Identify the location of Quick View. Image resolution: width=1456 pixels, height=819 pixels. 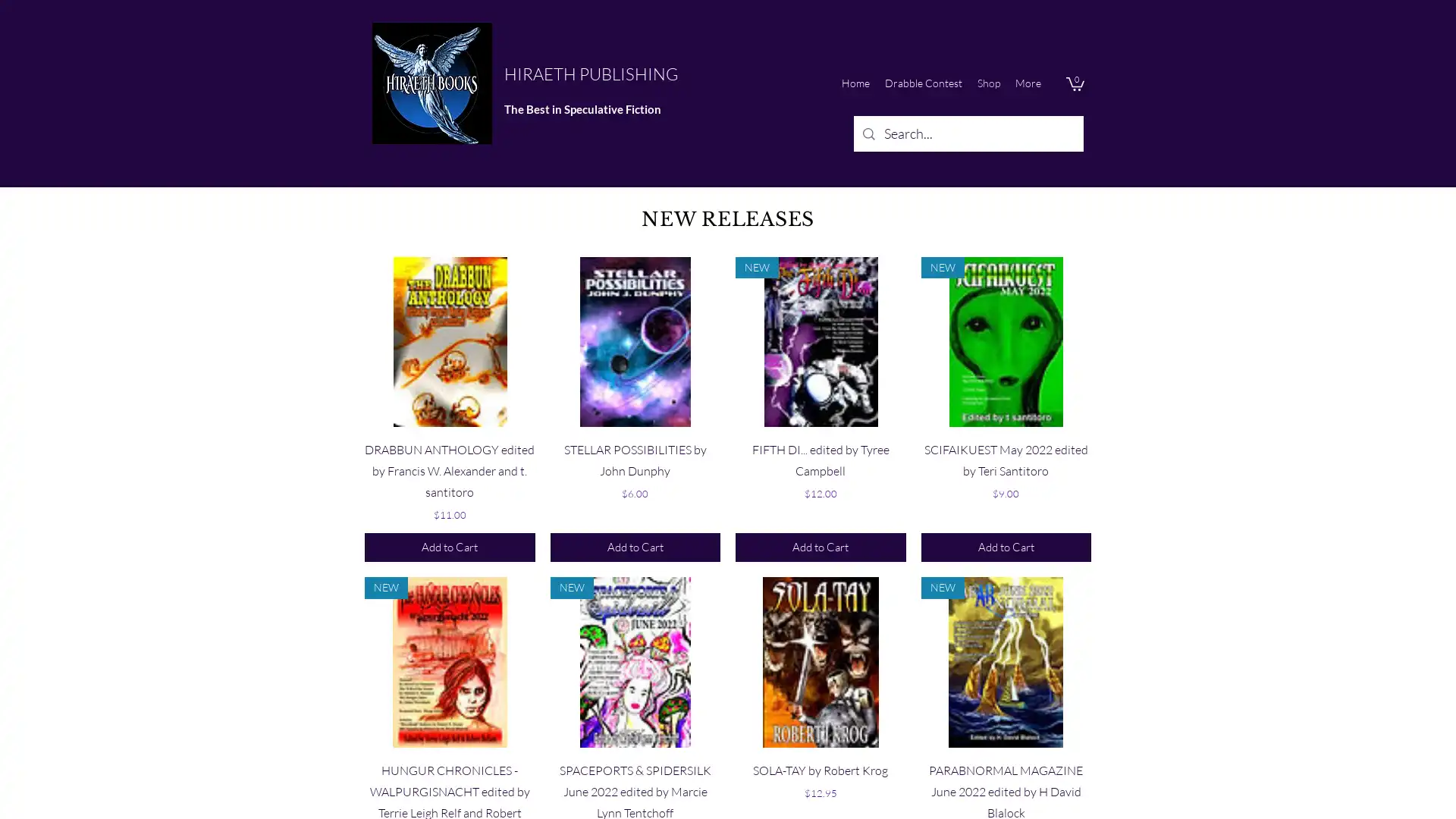
(1006, 766).